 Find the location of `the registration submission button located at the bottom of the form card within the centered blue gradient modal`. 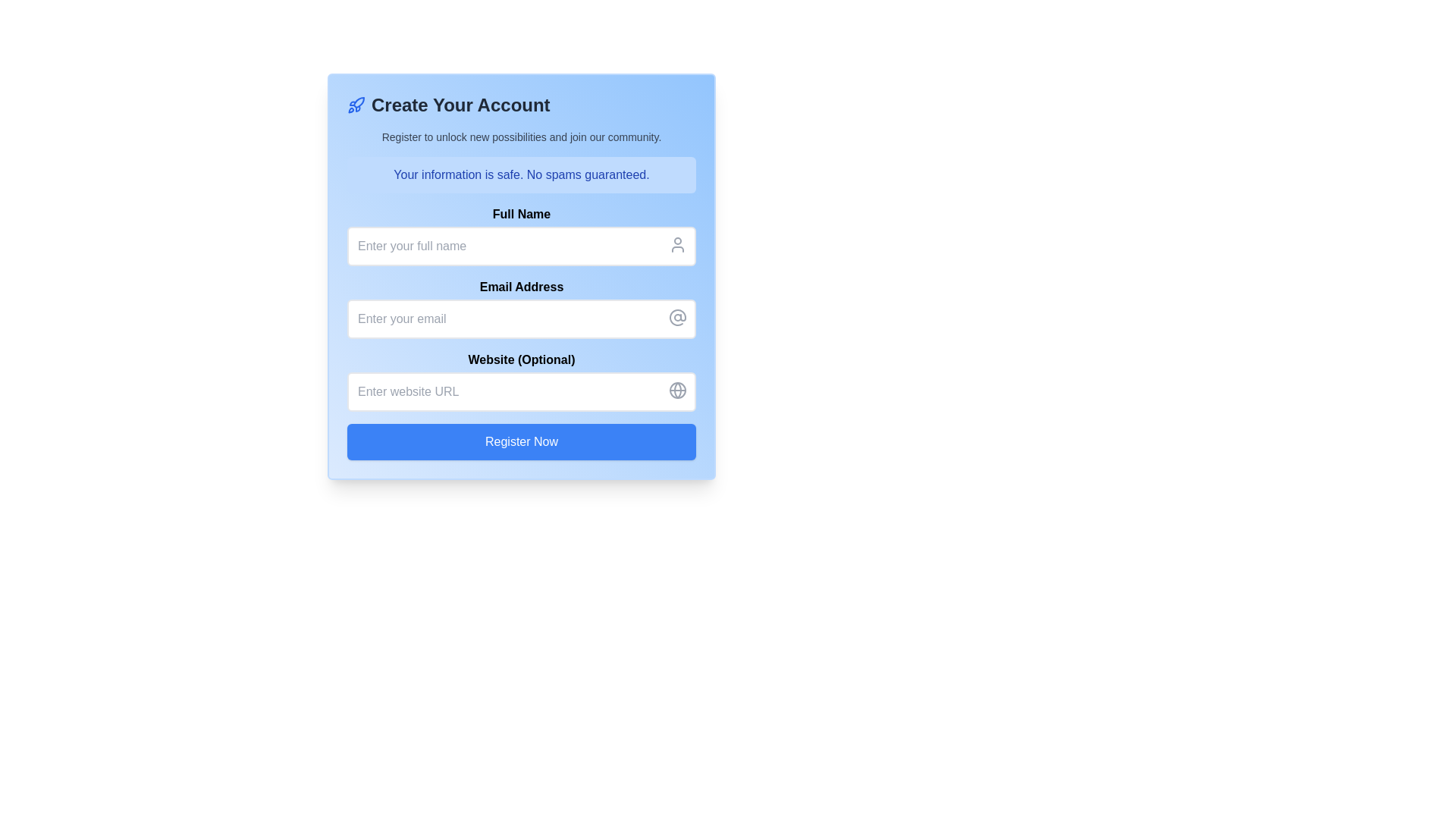

the registration submission button located at the bottom of the form card within the centered blue gradient modal is located at coordinates (521, 441).